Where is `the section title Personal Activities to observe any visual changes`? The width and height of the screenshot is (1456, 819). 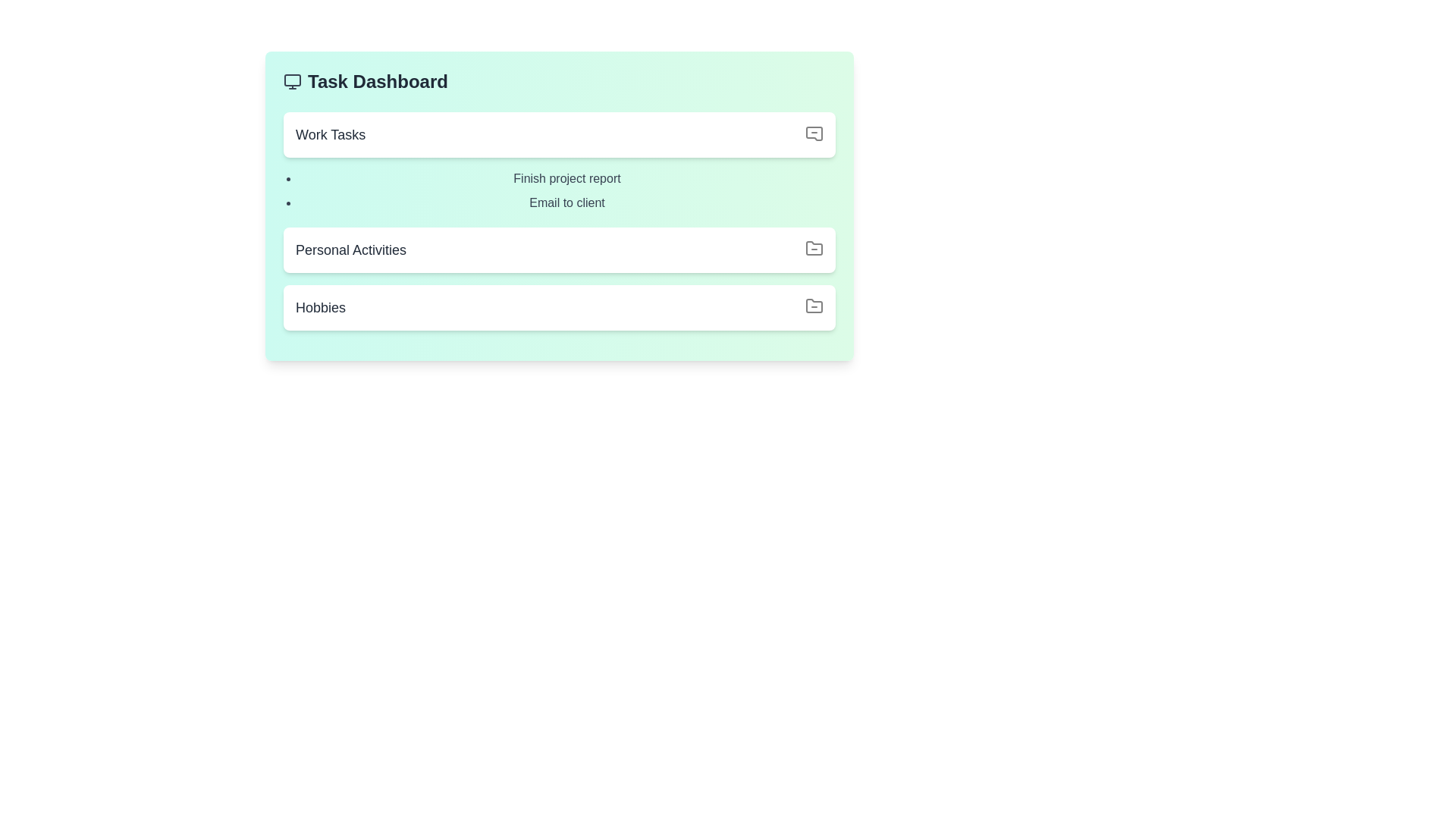
the section title Personal Activities to observe any visual changes is located at coordinates (559, 249).